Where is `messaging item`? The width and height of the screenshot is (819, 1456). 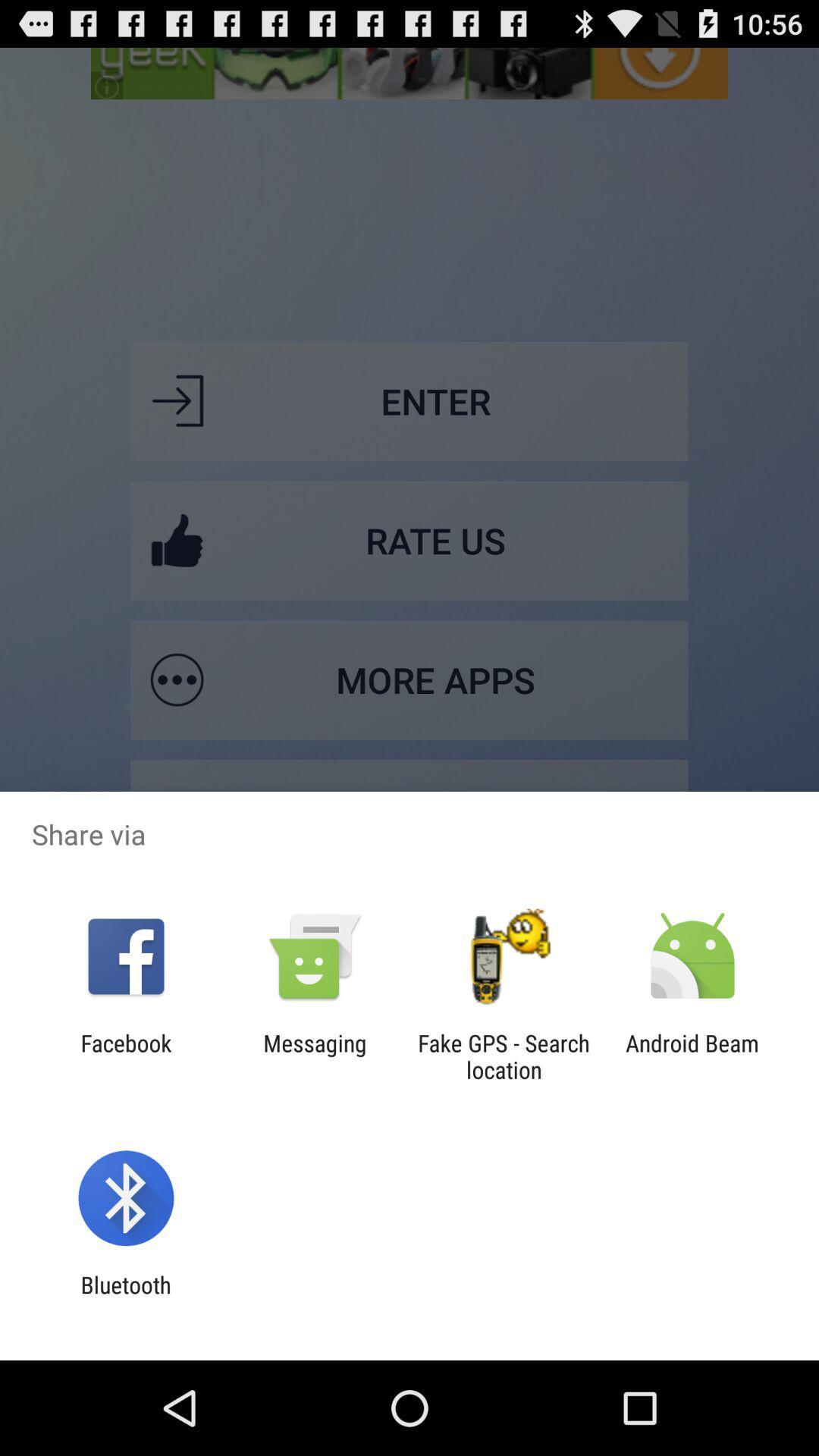
messaging item is located at coordinates (314, 1056).